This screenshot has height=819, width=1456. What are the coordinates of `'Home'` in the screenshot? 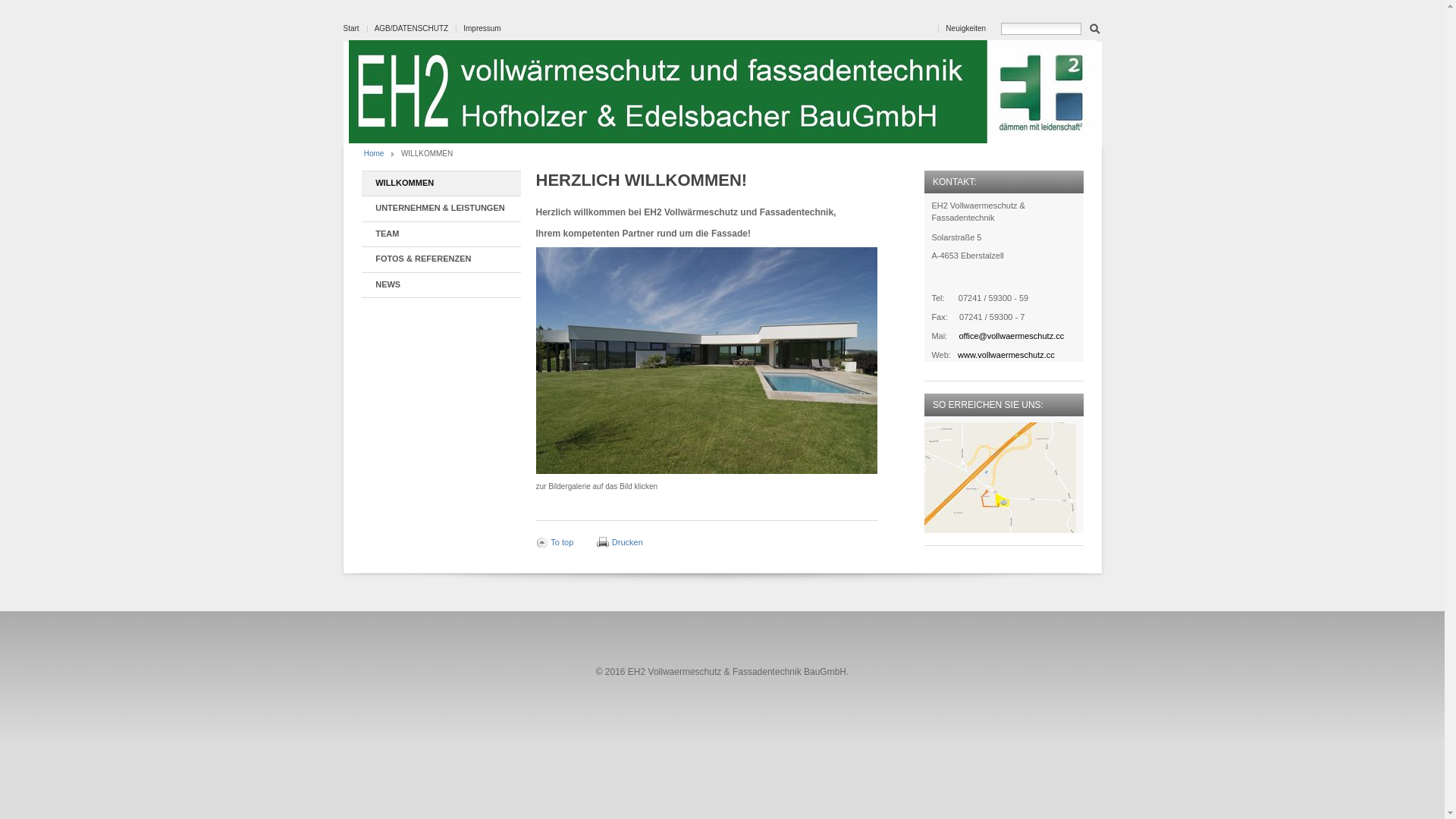 It's located at (364, 153).